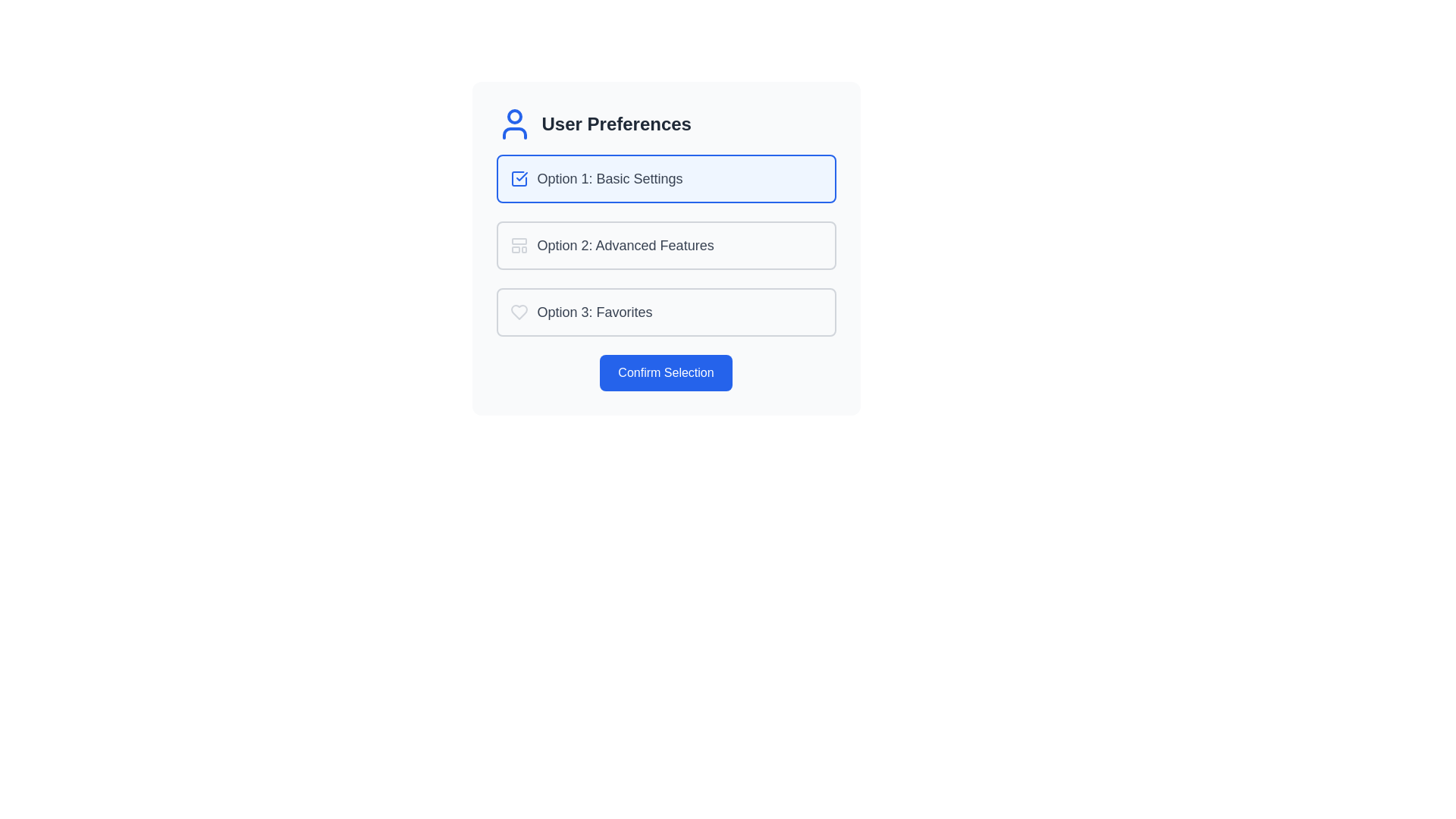 The image size is (1456, 819). I want to click on the selection indicator icon within the checkbox-like component located in the first selectable option card labeled 'Option 1: Basic Settings', so click(519, 177).